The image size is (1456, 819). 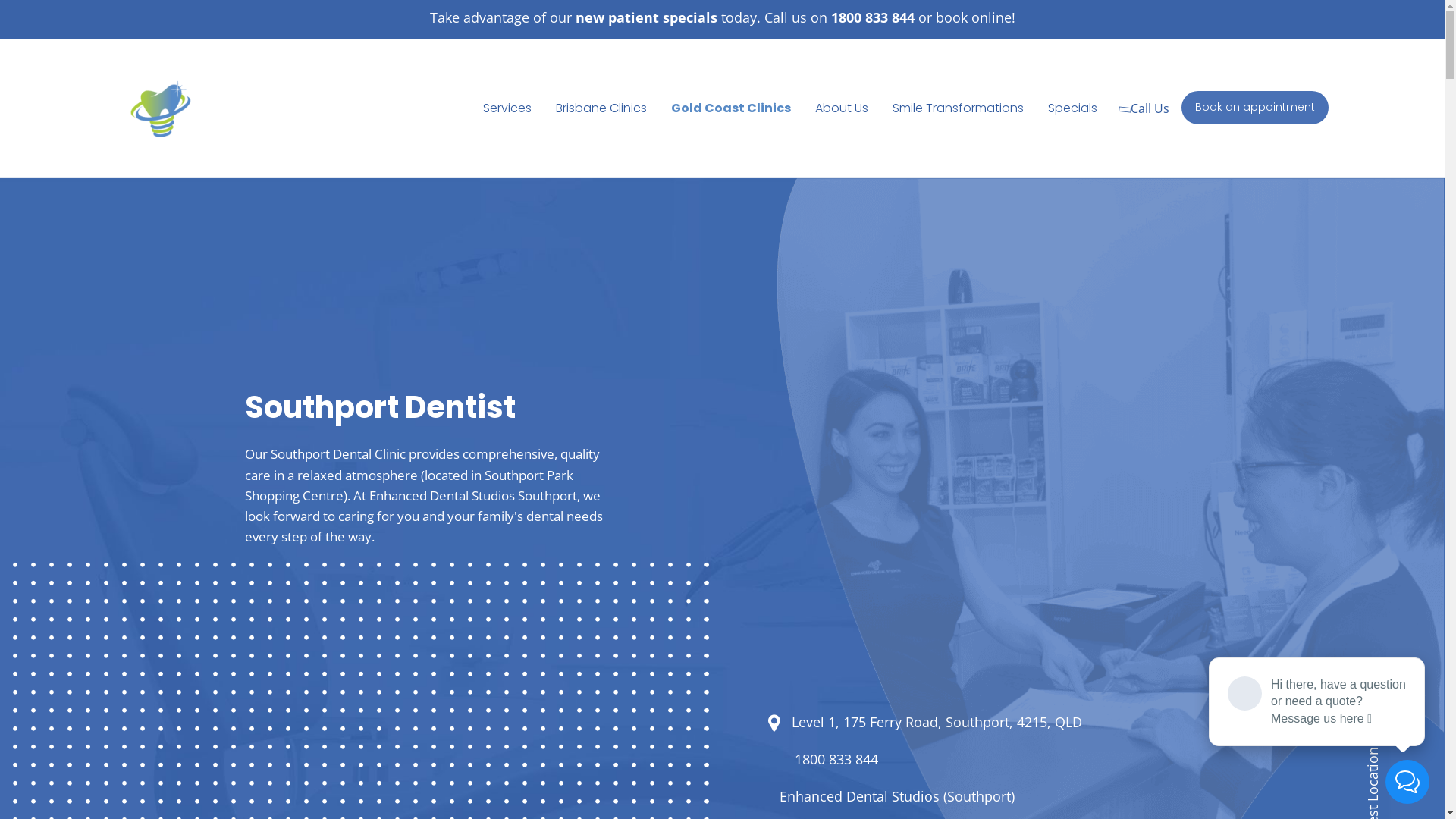 I want to click on 'Take advantage of our new patient specials today.', so click(x=428, y=17).